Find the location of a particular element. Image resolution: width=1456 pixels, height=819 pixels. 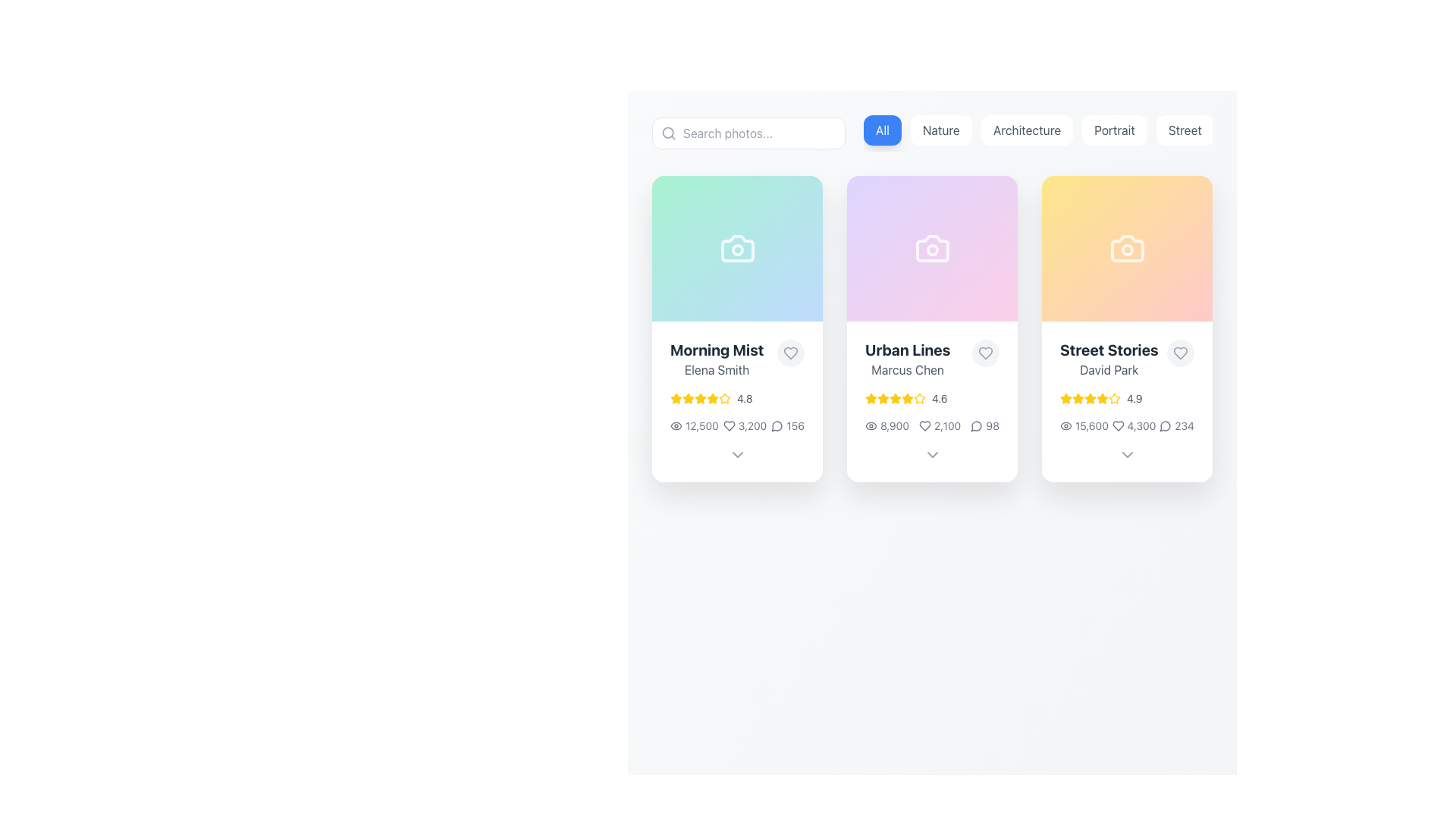

the like button located in the top-right corner of the 'Morning Mist' card is located at coordinates (789, 353).